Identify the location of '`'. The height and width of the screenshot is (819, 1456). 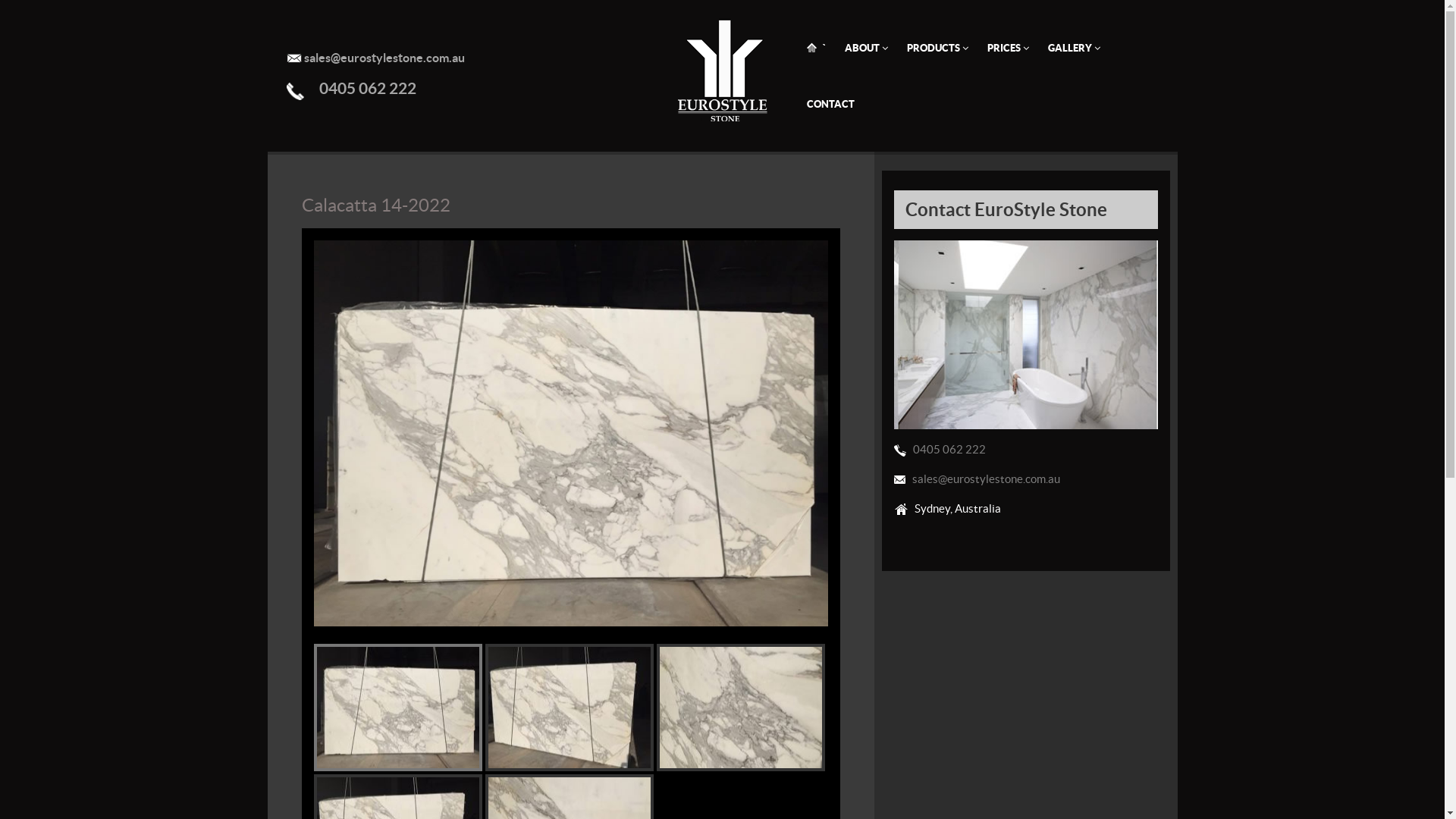
(815, 47).